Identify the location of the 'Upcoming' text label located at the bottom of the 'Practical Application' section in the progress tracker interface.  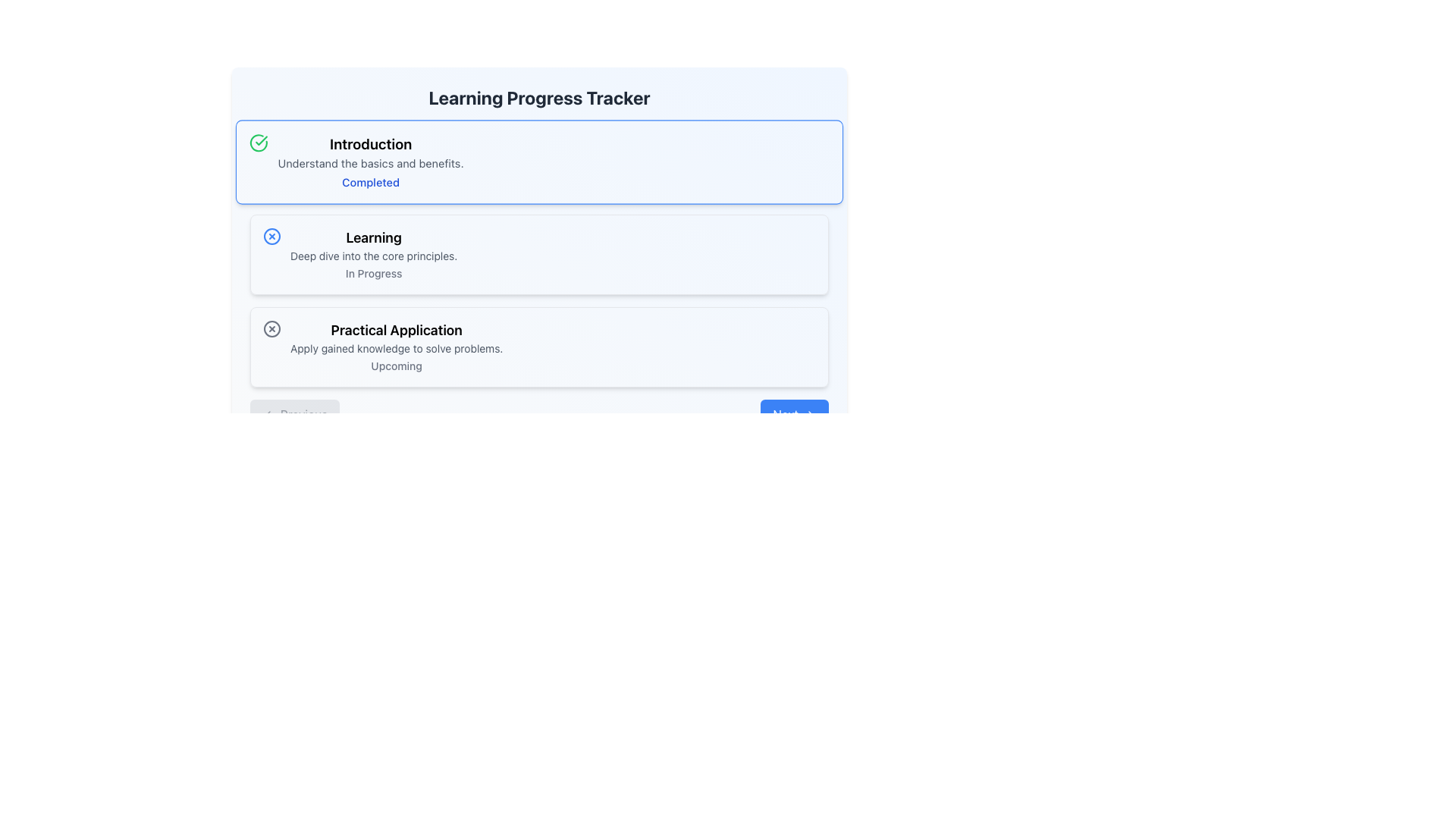
(397, 366).